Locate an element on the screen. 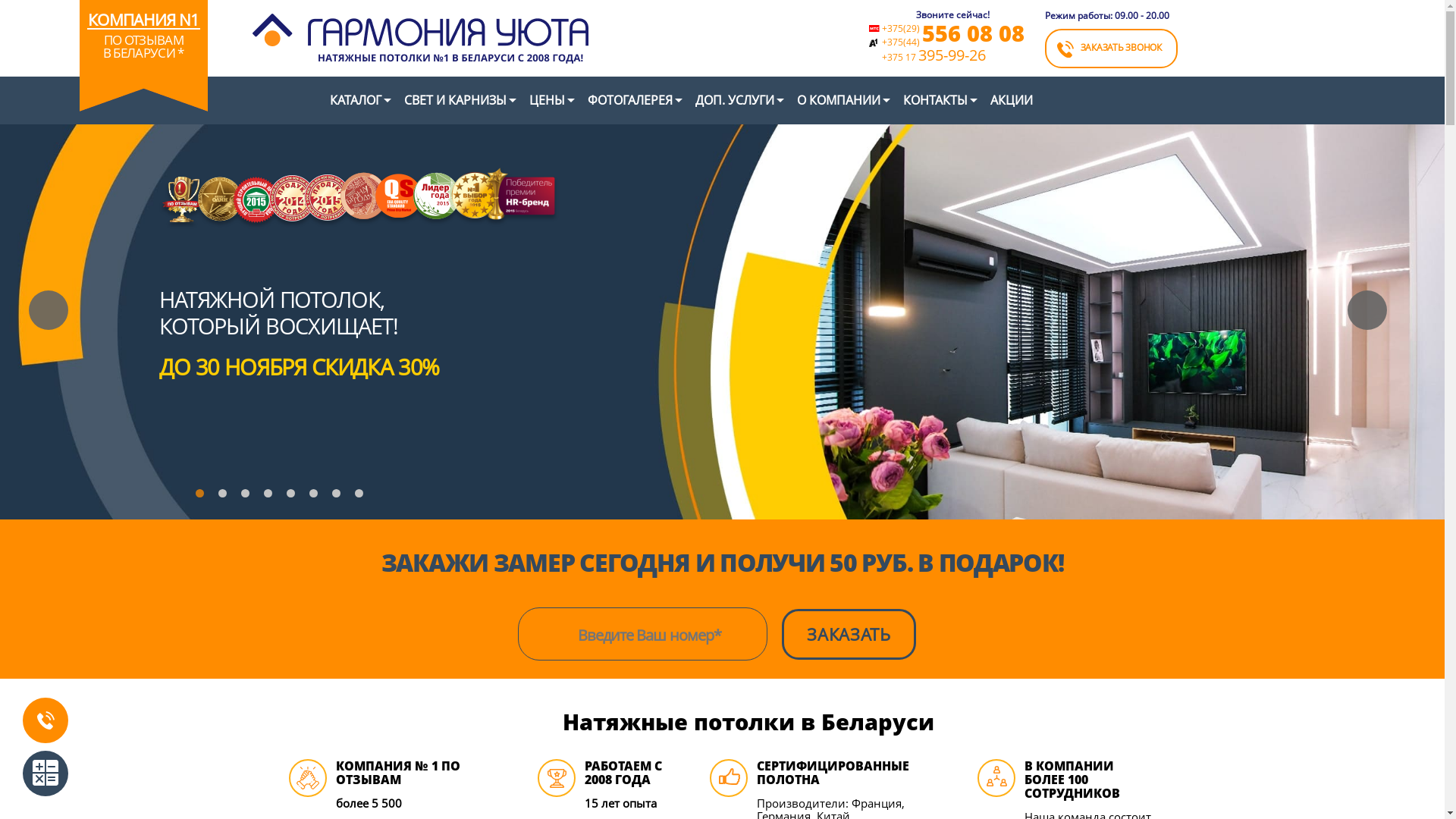  '556 08 08' is located at coordinates (973, 33).